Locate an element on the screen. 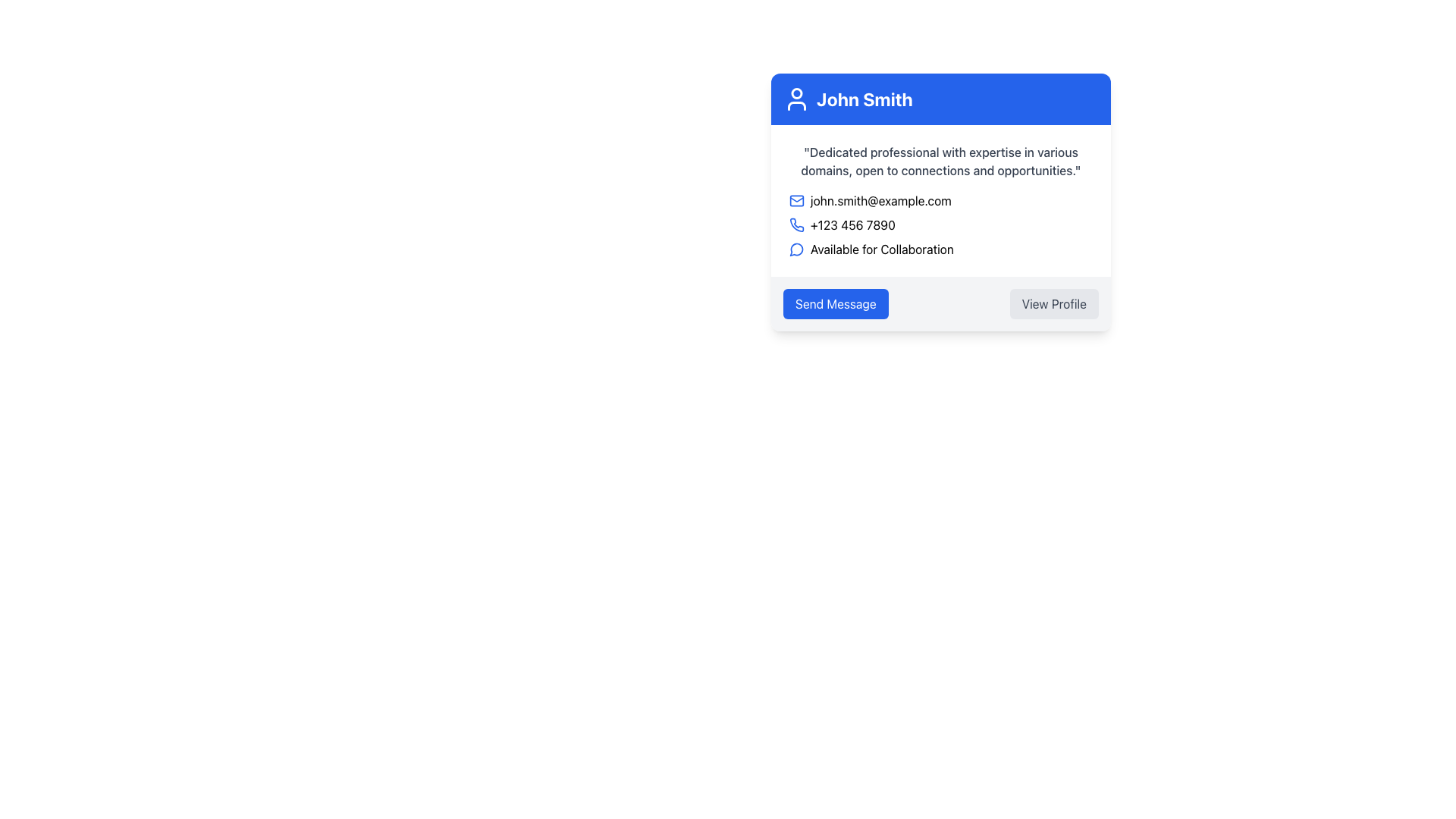  the blue 'Send Message' button with white text, located in the lower-left corner of the interactive buttons section to send a message is located at coordinates (835, 304).